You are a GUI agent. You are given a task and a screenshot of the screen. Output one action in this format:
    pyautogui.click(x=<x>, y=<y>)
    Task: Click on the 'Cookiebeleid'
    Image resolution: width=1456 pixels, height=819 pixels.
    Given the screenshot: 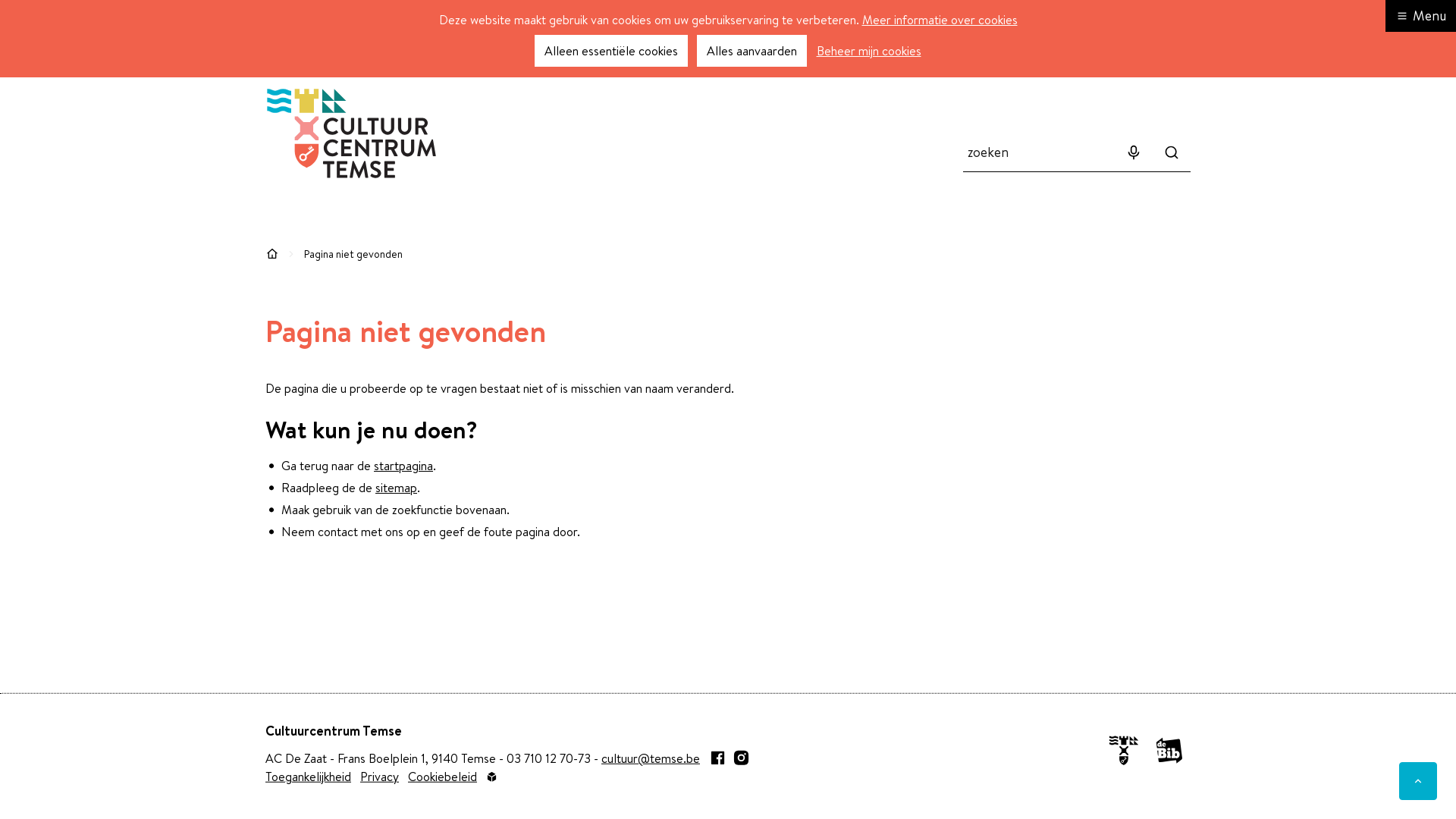 What is the action you would take?
    pyautogui.click(x=441, y=776)
    